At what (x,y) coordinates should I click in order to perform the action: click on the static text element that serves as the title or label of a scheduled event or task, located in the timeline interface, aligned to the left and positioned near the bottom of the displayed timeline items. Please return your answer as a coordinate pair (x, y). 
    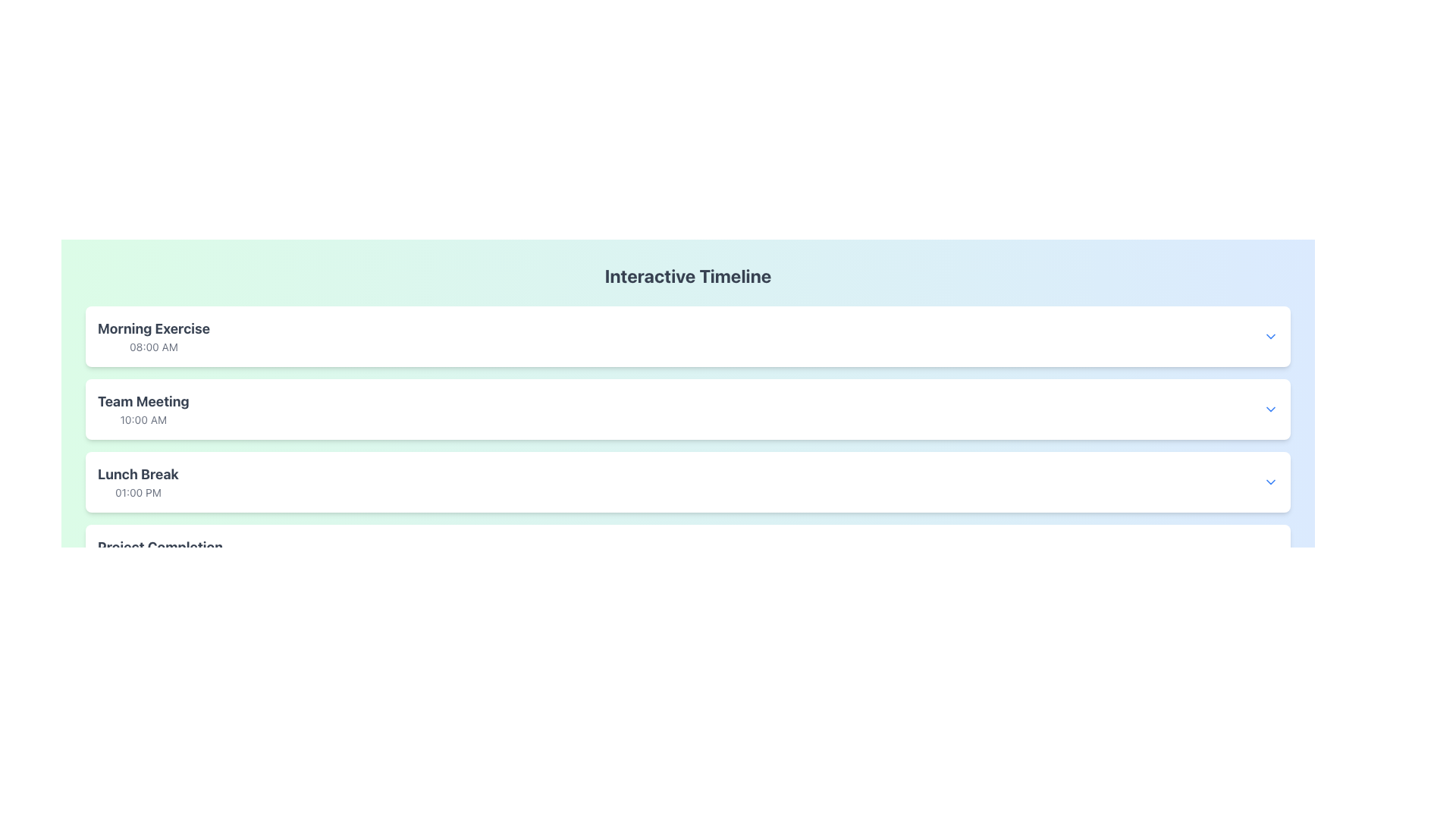
    Looking at the image, I should click on (160, 547).